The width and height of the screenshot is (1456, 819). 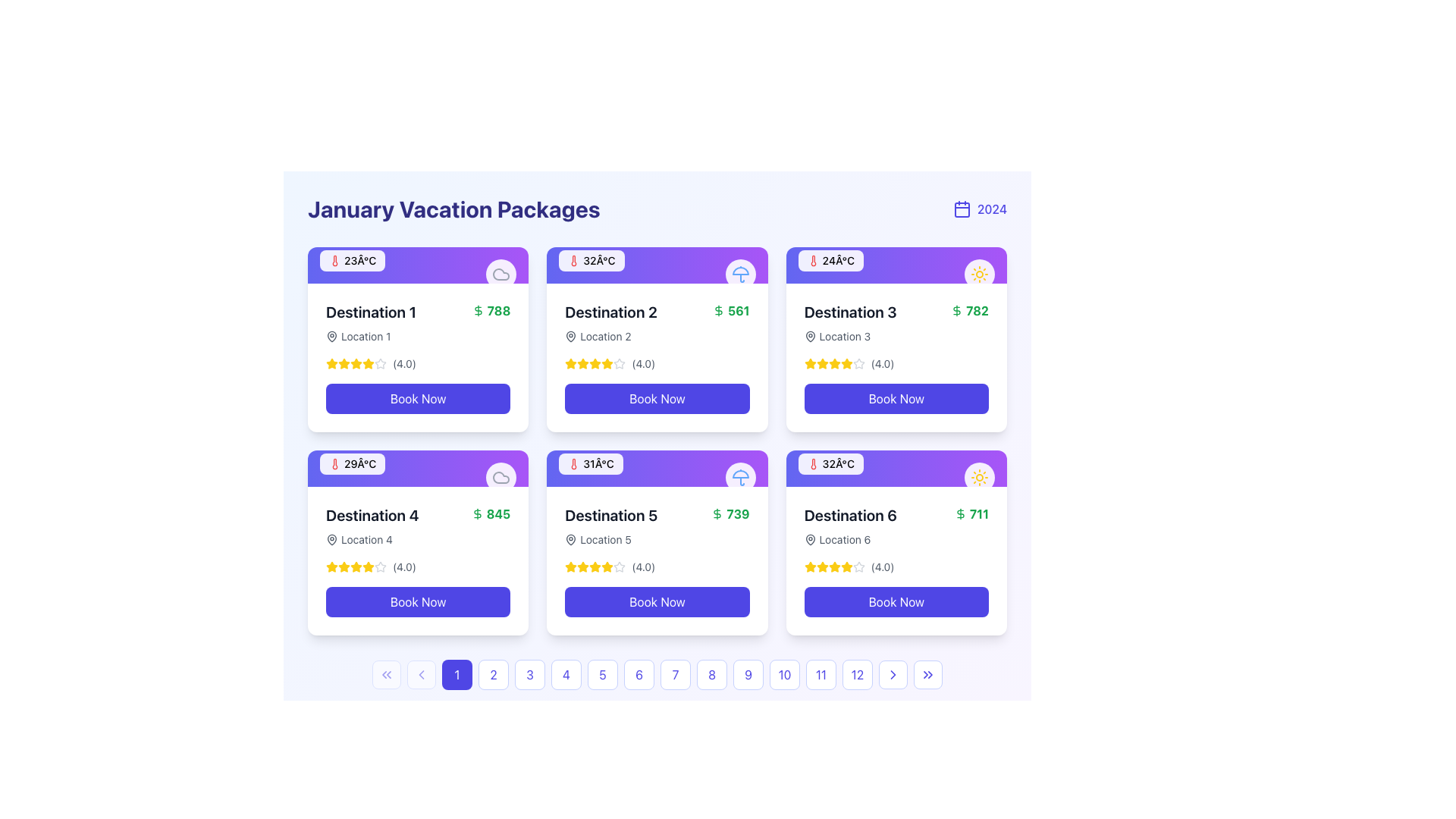 What do you see at coordinates (731, 309) in the screenshot?
I see `currency value displayed in bold green text in the second card of the grid layout, located under the temperature icon and above the 'Book Now' button` at bounding box center [731, 309].